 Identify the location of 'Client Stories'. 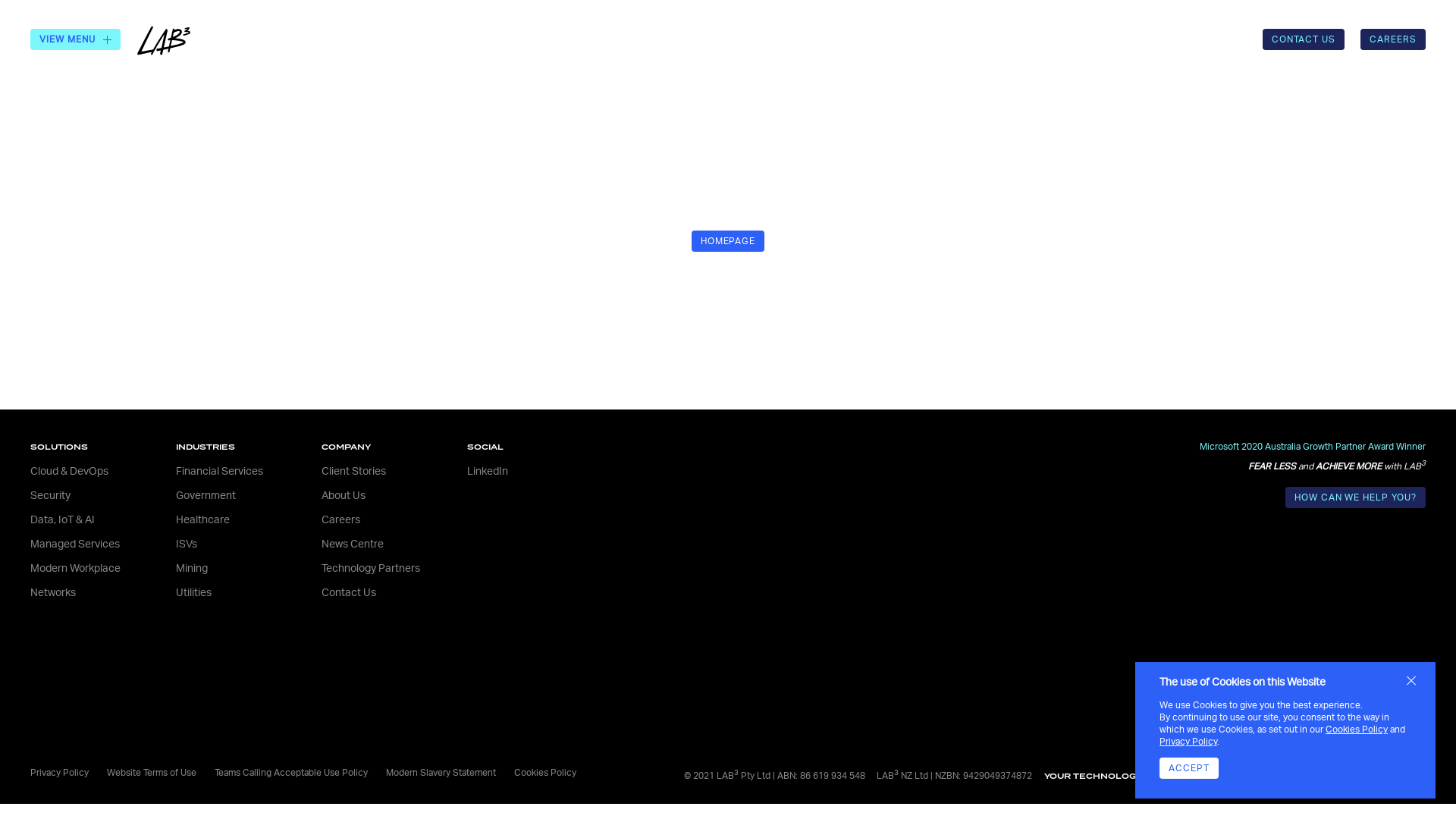
(353, 470).